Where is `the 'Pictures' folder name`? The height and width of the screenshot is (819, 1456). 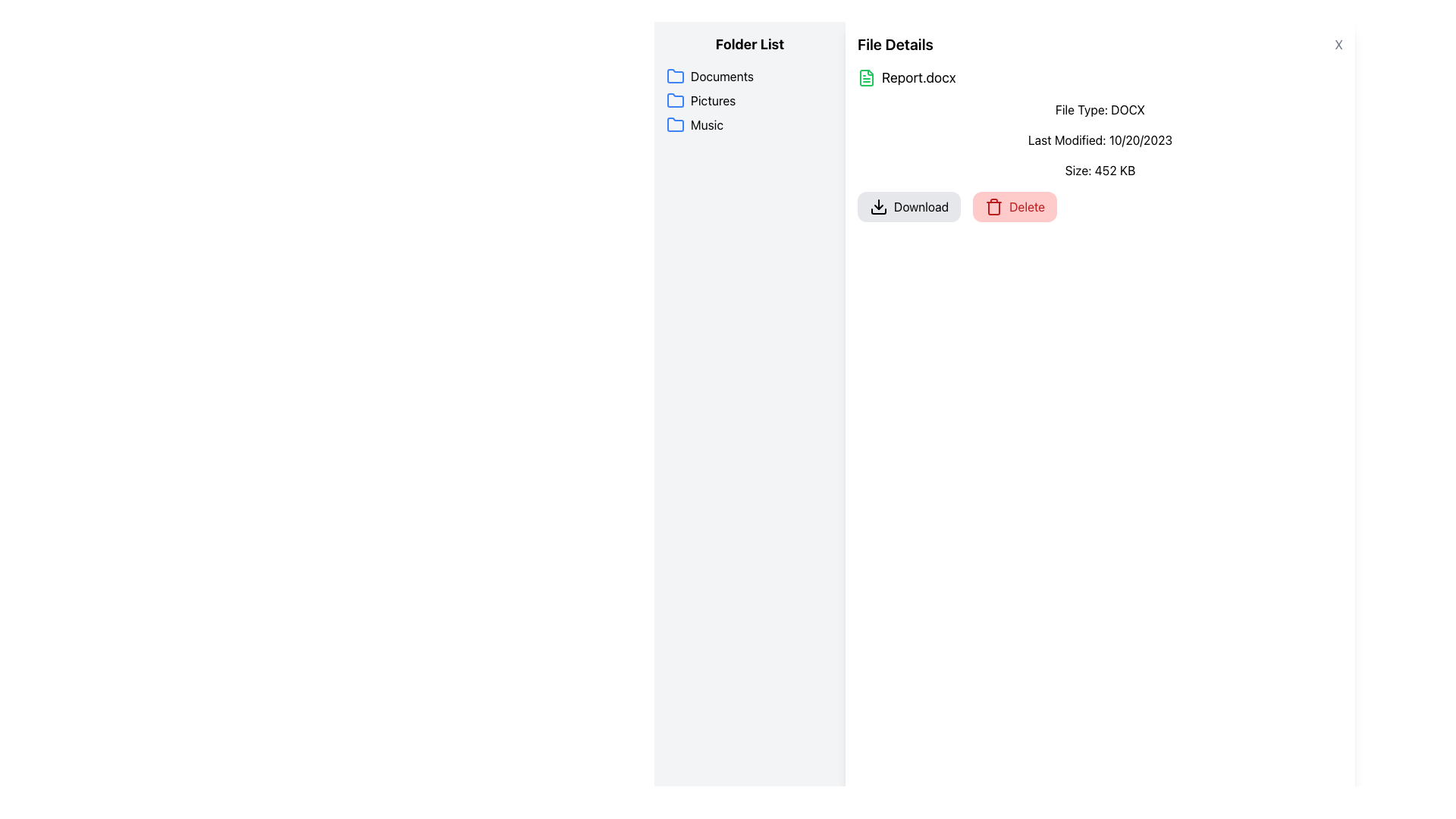 the 'Pictures' folder name is located at coordinates (749, 100).